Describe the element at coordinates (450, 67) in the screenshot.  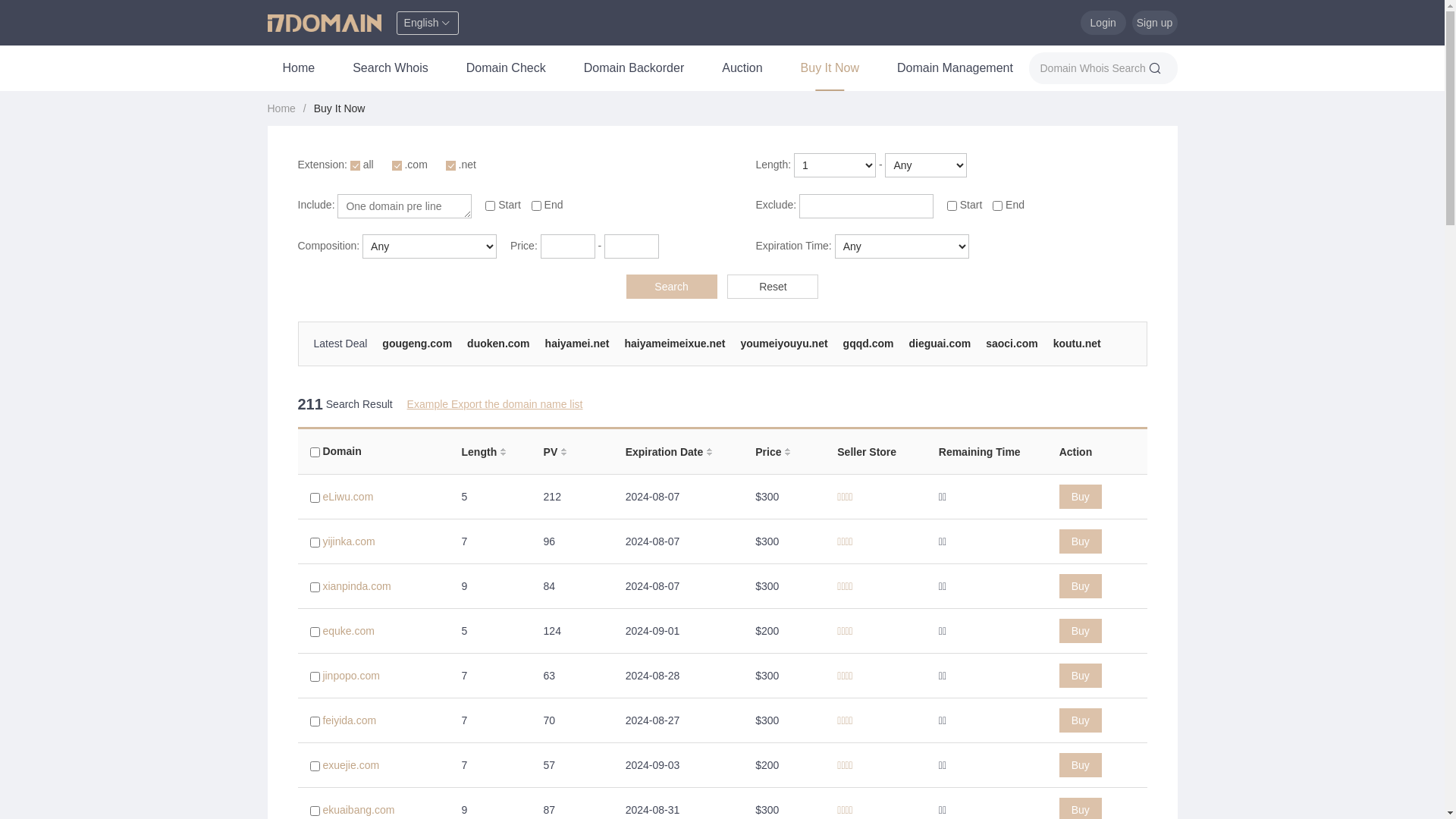
I see `'Domain Check'` at that location.